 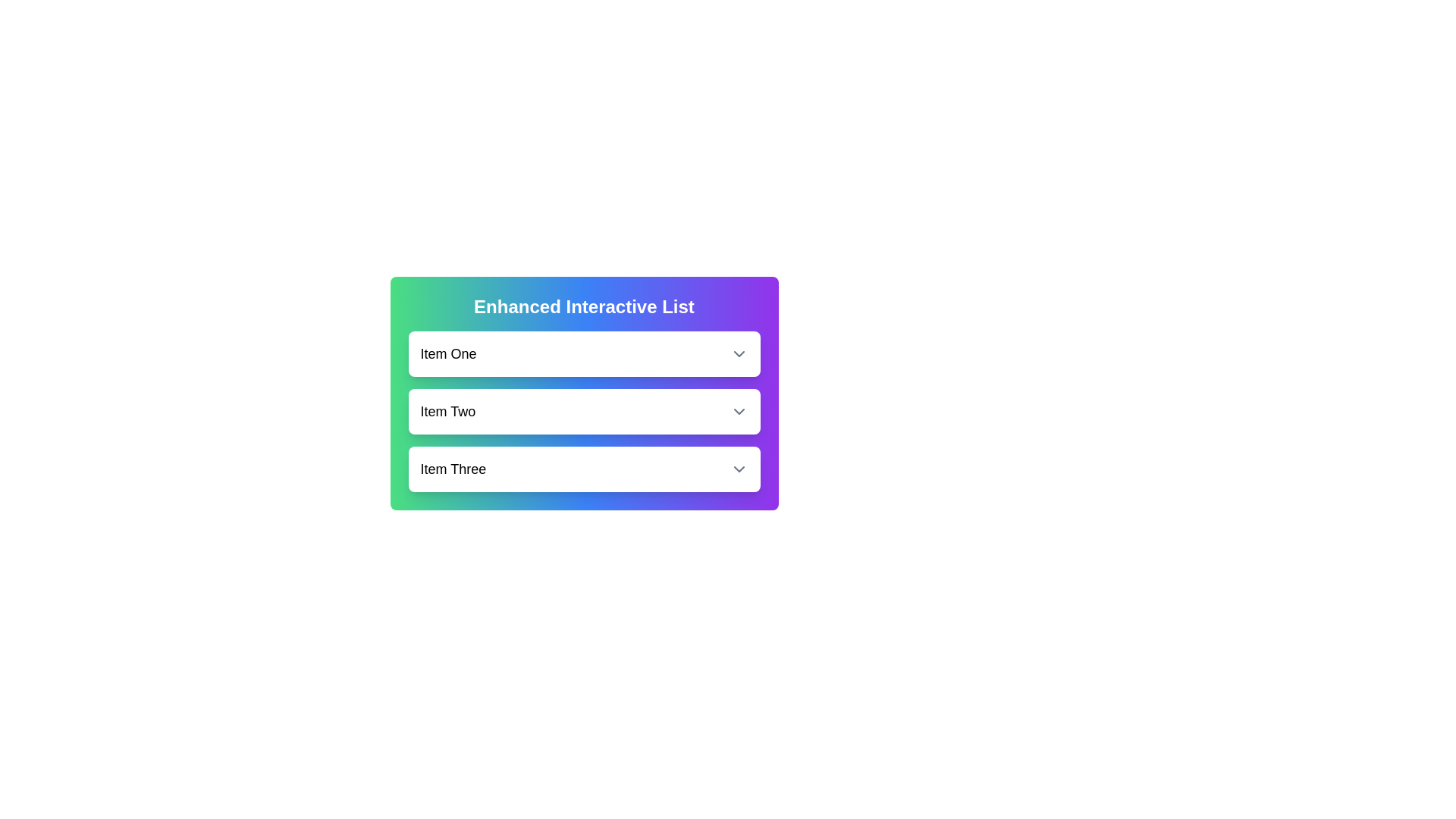 I want to click on the second item in the 'Enhanced Interactive List', so click(x=583, y=412).